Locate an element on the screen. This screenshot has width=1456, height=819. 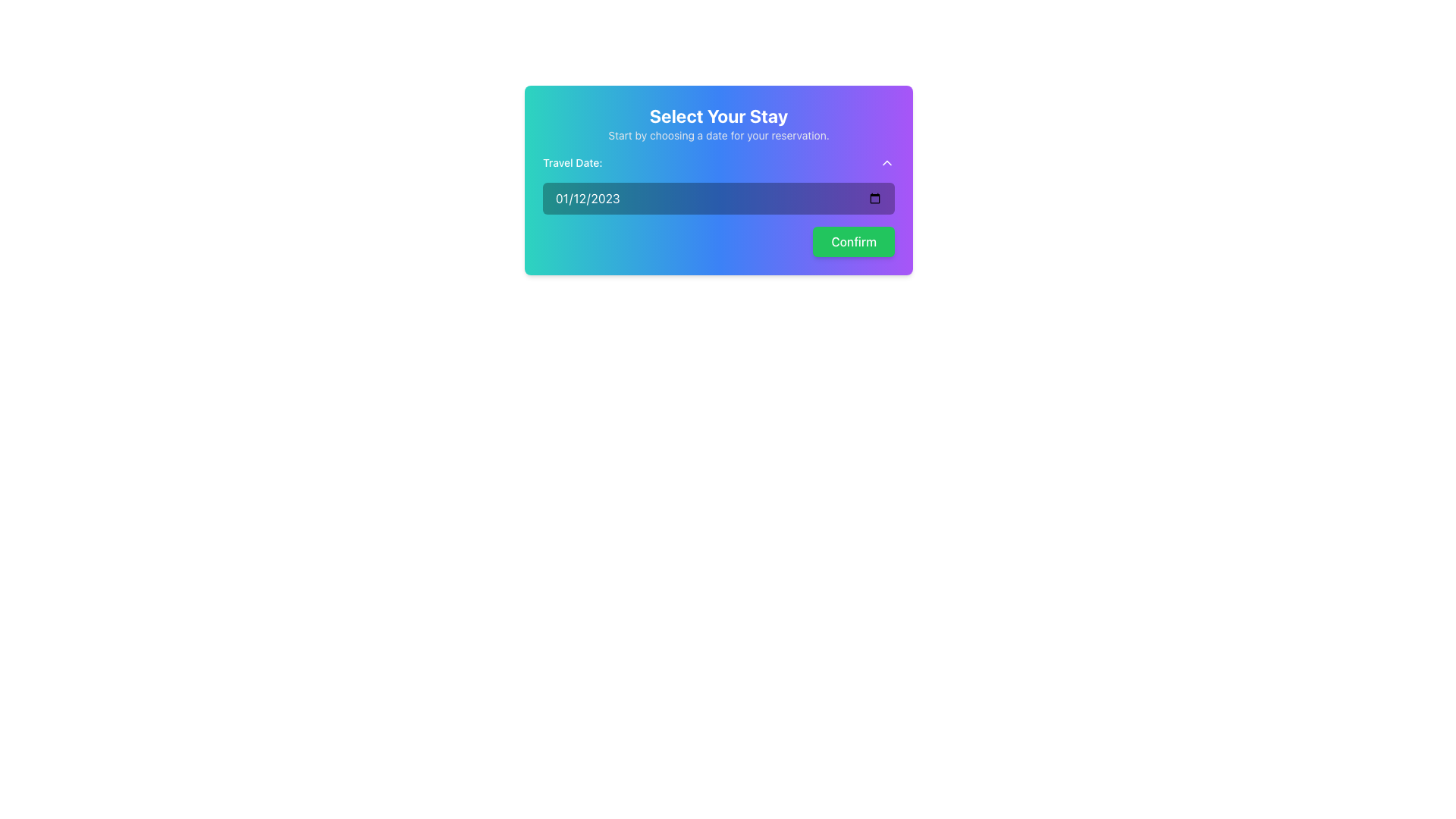
the Text label that indicates the selection of a travel date, positioned to the far-left of the input field and dropdown icon is located at coordinates (572, 163).